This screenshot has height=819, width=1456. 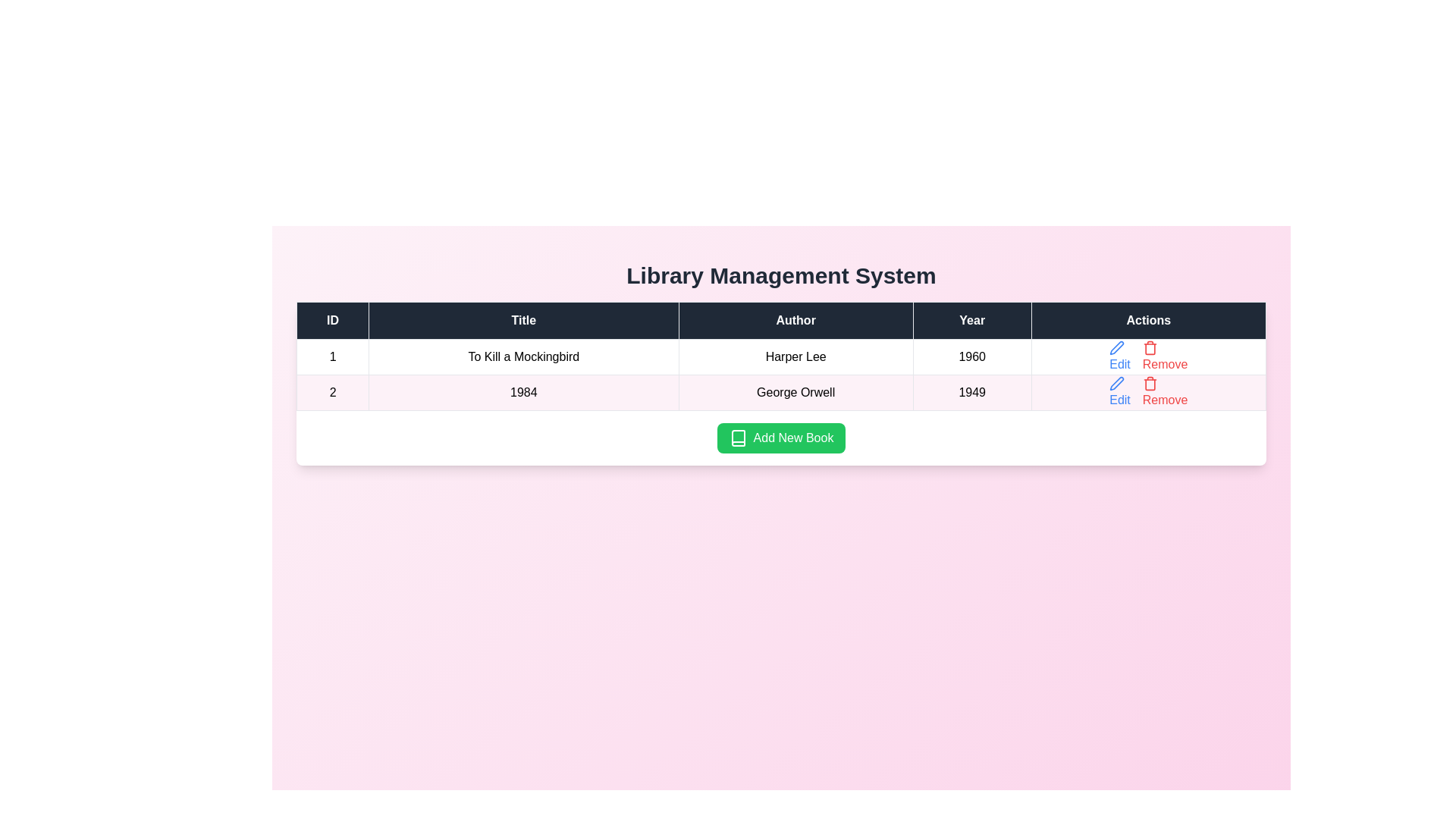 What do you see at coordinates (795, 320) in the screenshot?
I see `the 'Author' table header cell with a dark blue background to sort the column` at bounding box center [795, 320].